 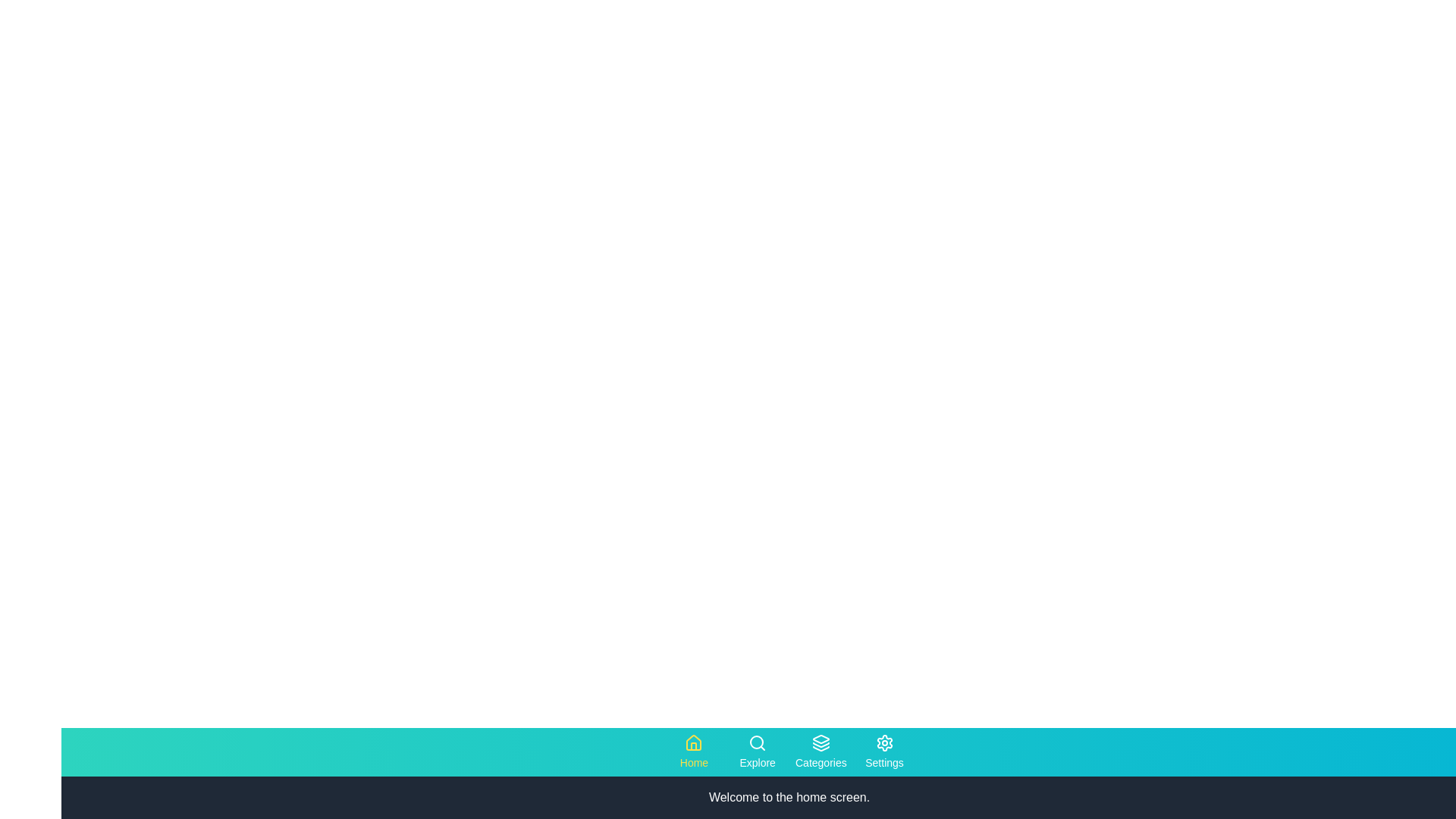 I want to click on the text of the tab labeled Categories, so click(x=820, y=752).